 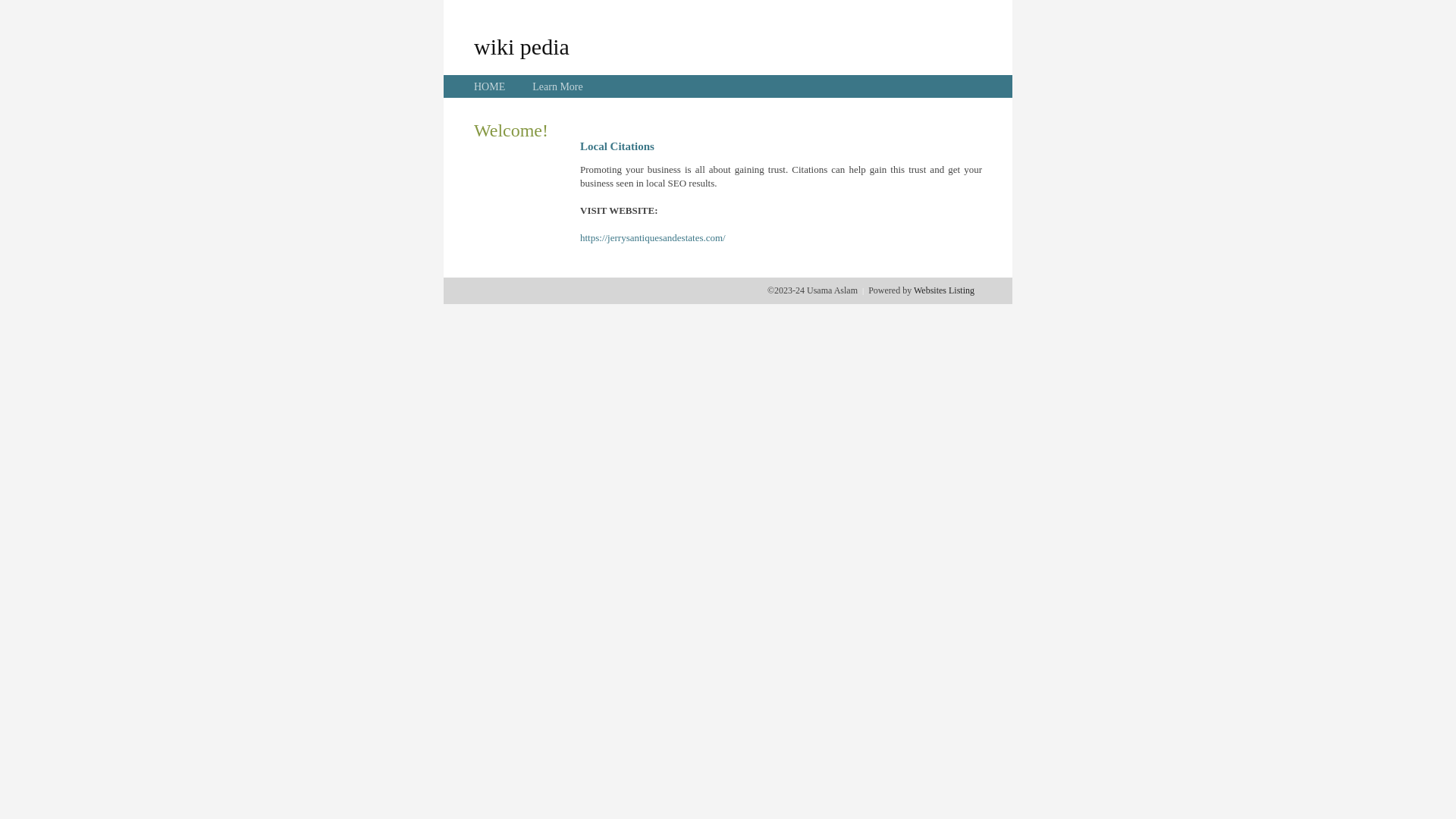 What do you see at coordinates (579, 237) in the screenshot?
I see `'https://jerrysantiquesandestates.com/'` at bounding box center [579, 237].